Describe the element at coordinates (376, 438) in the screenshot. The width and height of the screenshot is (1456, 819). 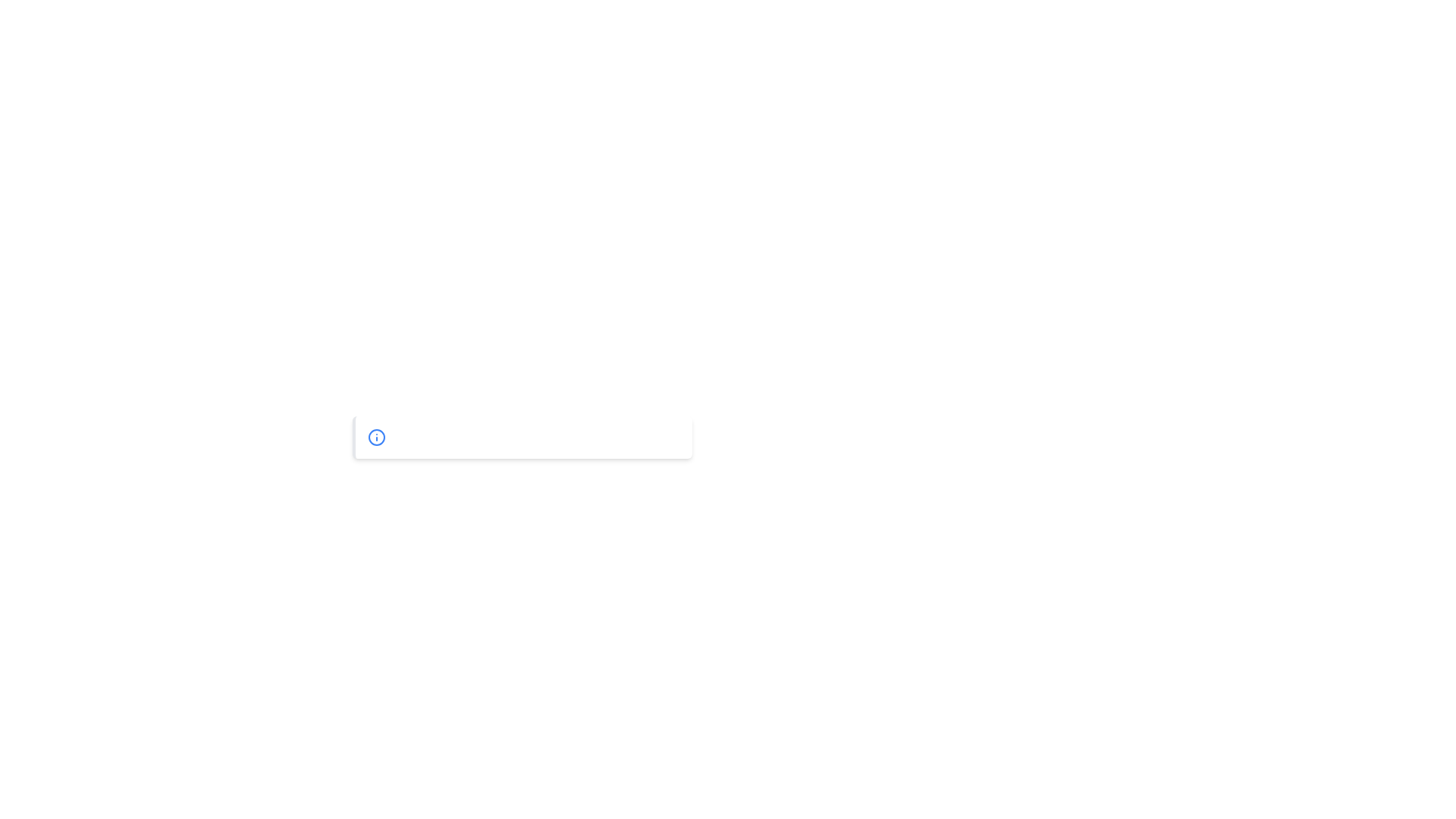
I see `the circular decorative graphic element of the information icon located at the bottom of the interface` at that location.